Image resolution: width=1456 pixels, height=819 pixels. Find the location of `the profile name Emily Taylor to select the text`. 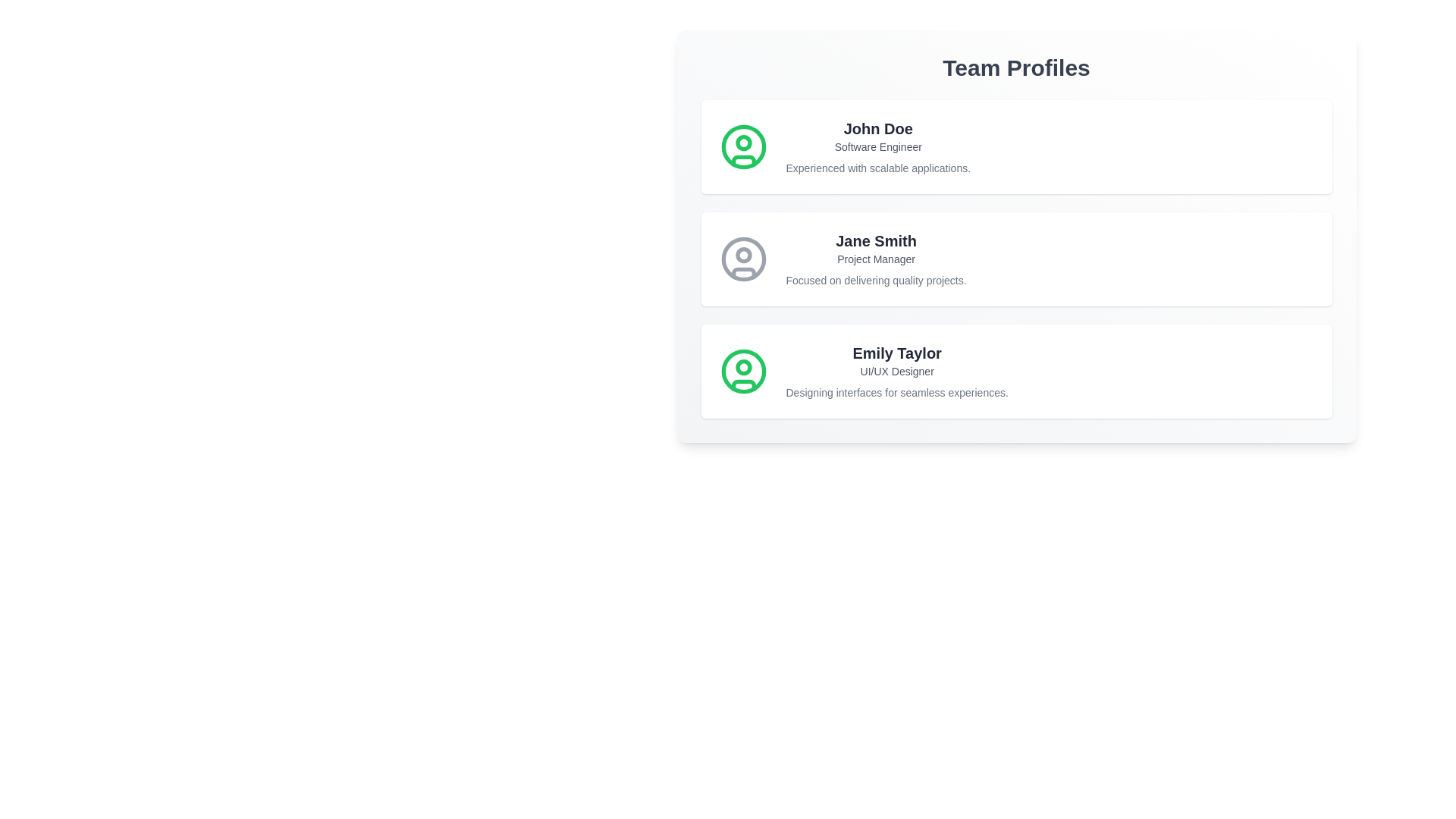

the profile name Emily Taylor to select the text is located at coordinates (897, 353).